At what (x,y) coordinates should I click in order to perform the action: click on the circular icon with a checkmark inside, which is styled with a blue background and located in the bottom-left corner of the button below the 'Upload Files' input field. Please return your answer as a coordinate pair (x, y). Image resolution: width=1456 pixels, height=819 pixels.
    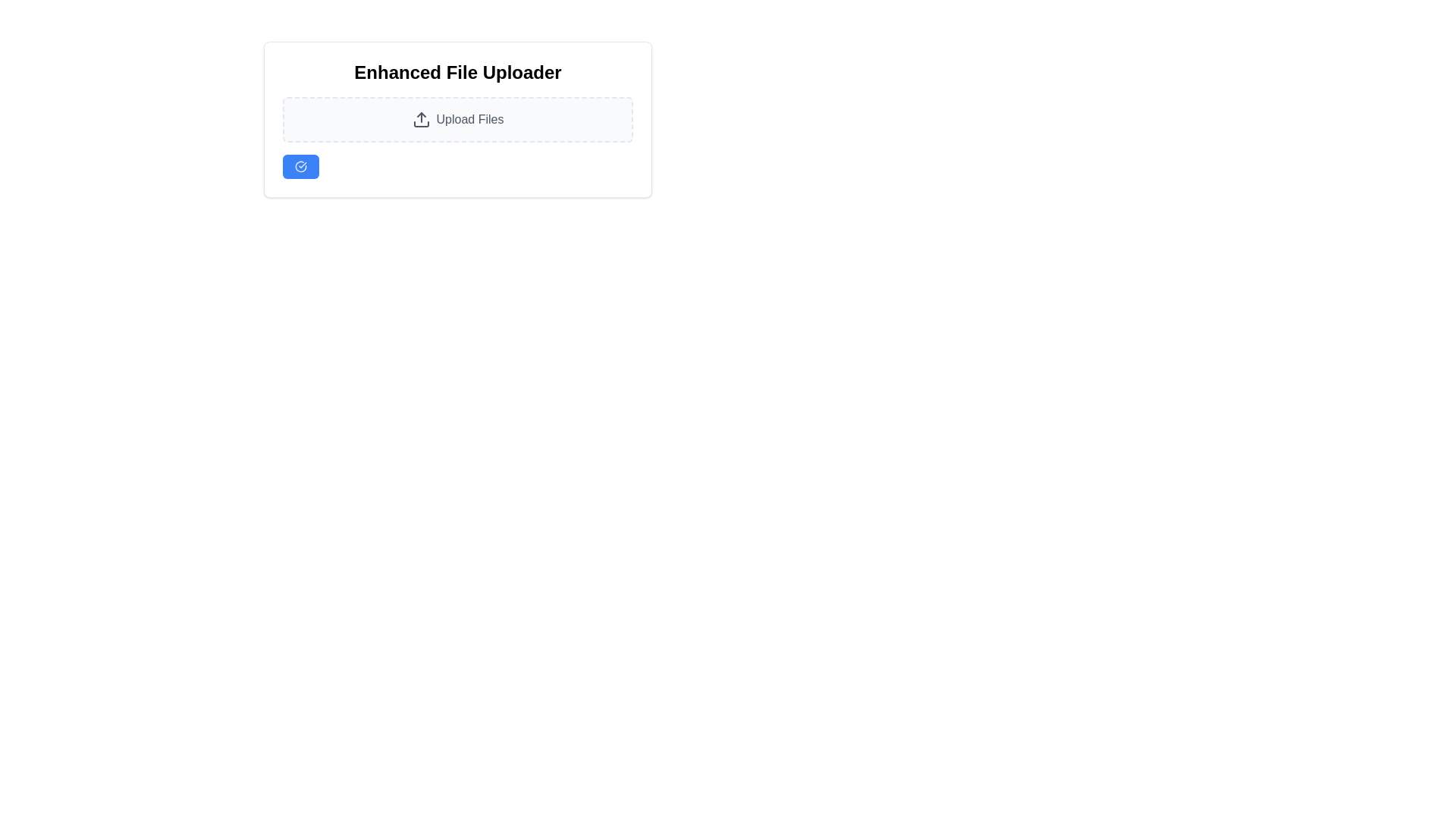
    Looking at the image, I should click on (301, 166).